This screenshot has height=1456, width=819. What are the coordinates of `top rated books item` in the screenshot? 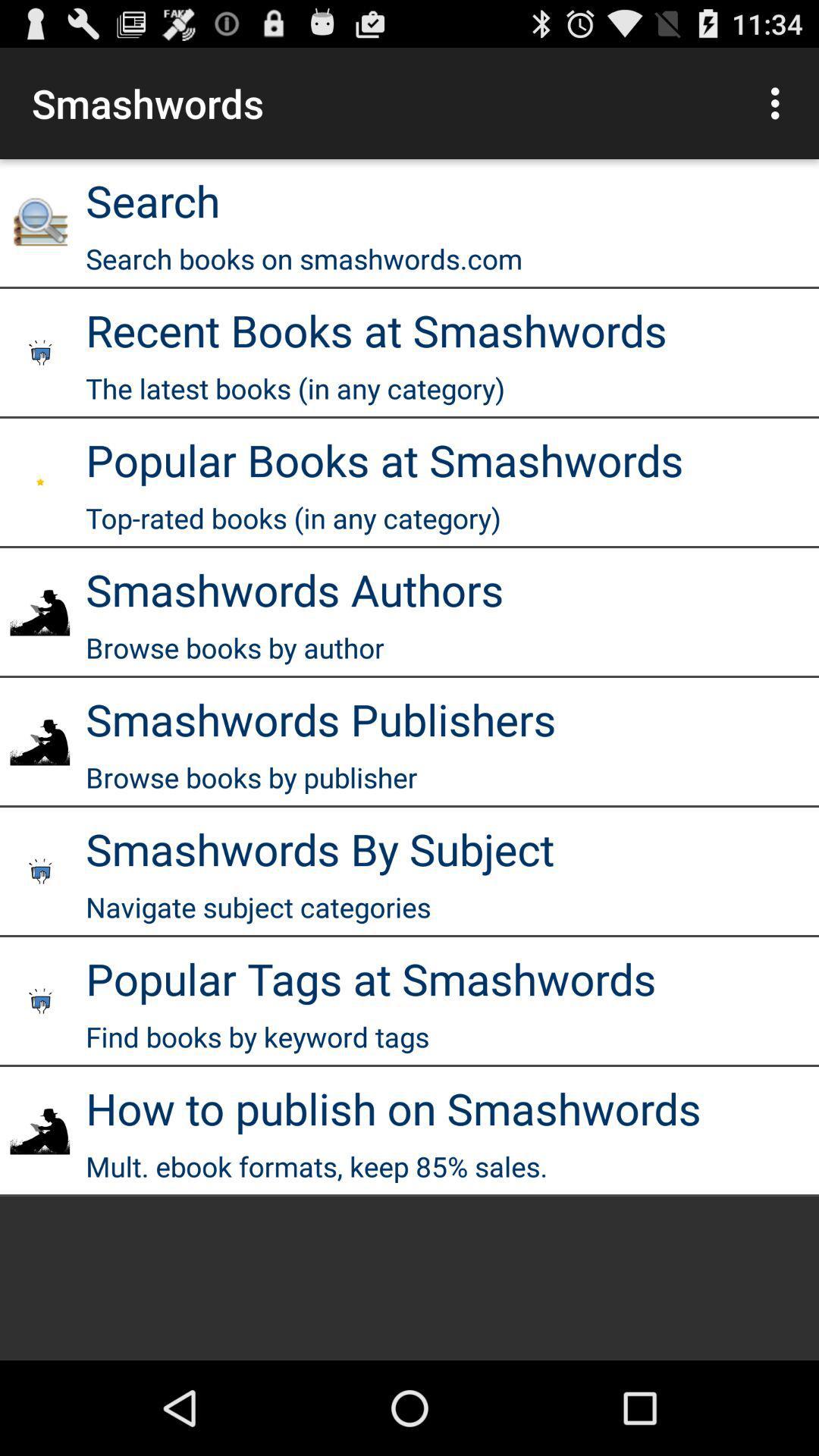 It's located at (293, 518).